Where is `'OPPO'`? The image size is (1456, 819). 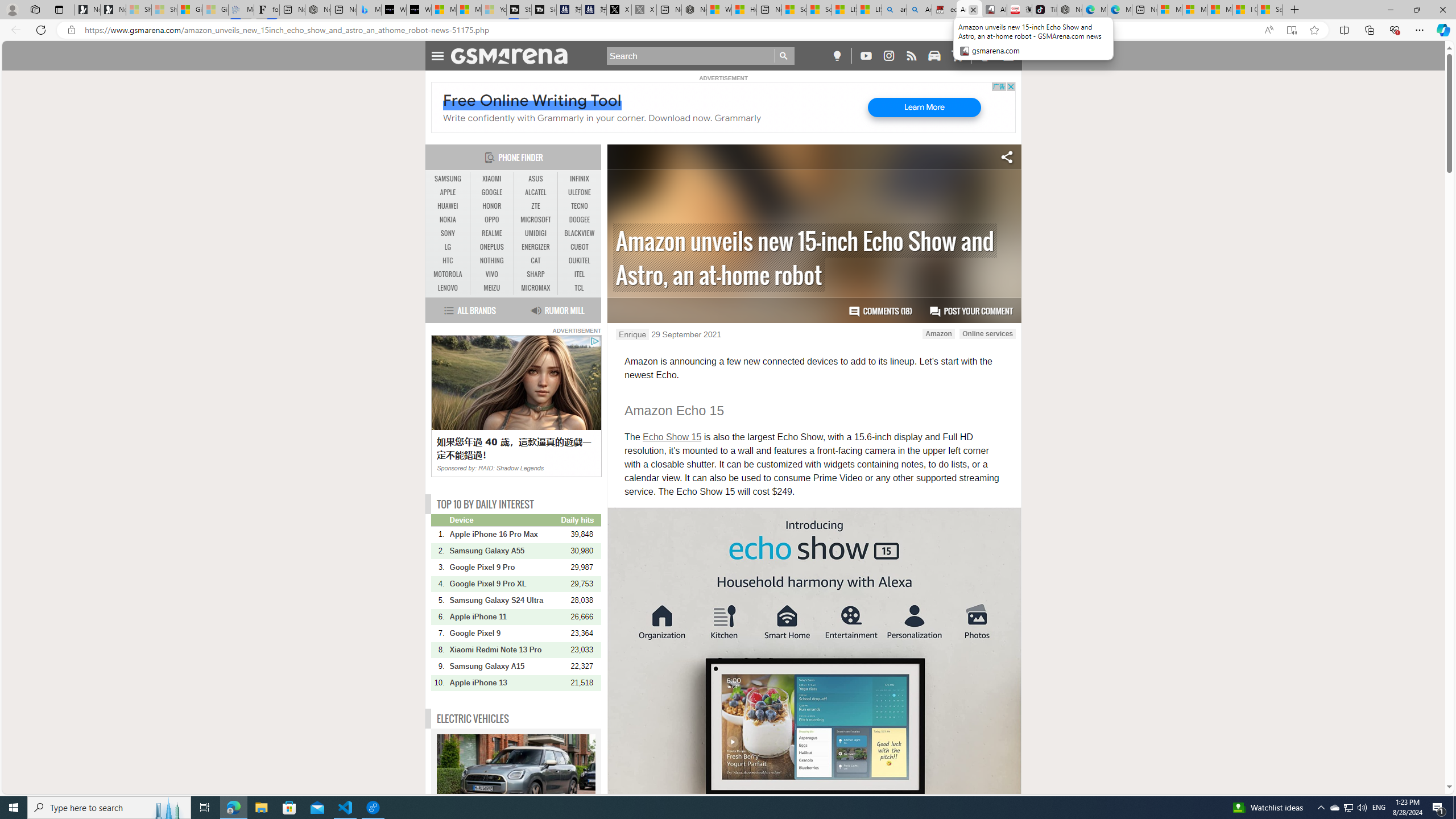
'OPPO' is located at coordinates (491, 220).